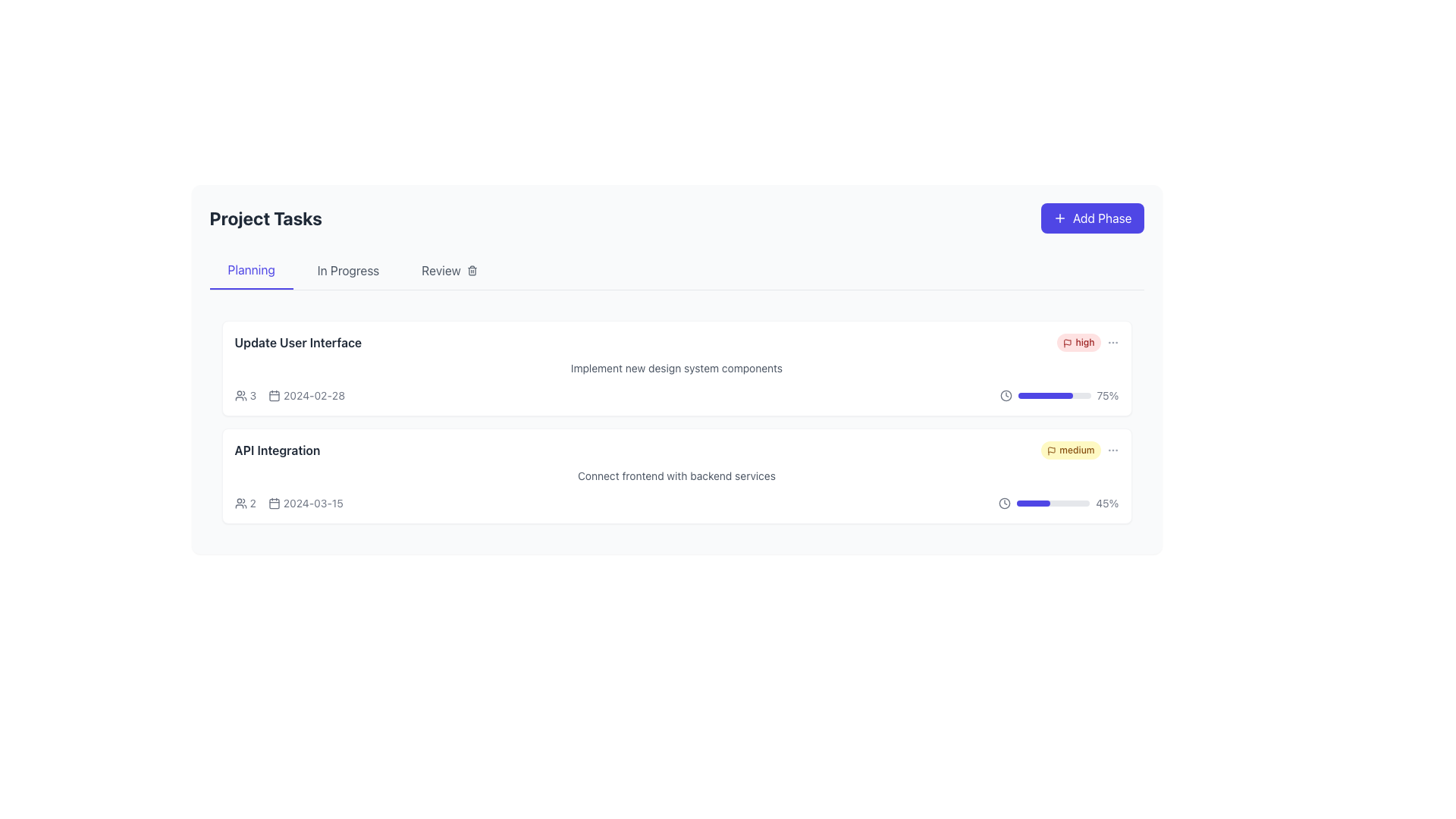  I want to click on the Icon representing a menu or options that provides additional options related to the 'medium' label in the second task row, so click(1112, 450).